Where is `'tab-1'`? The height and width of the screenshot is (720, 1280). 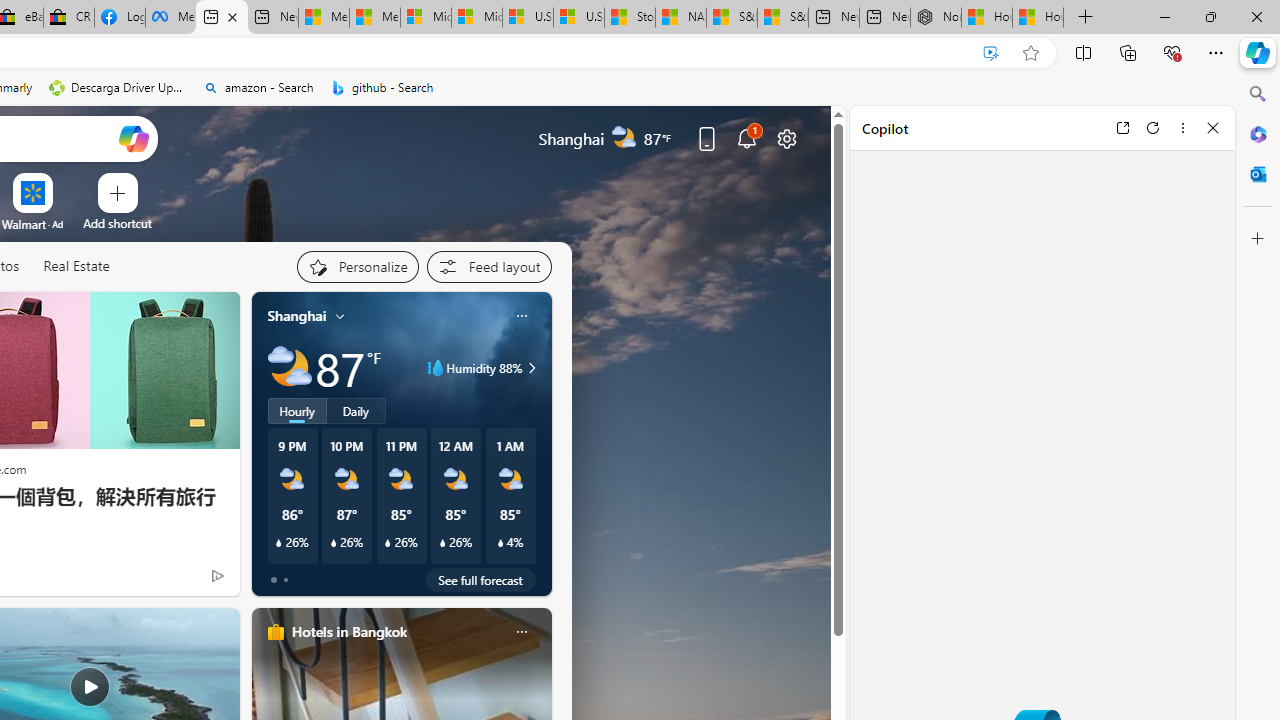 'tab-1' is located at coordinates (284, 579).